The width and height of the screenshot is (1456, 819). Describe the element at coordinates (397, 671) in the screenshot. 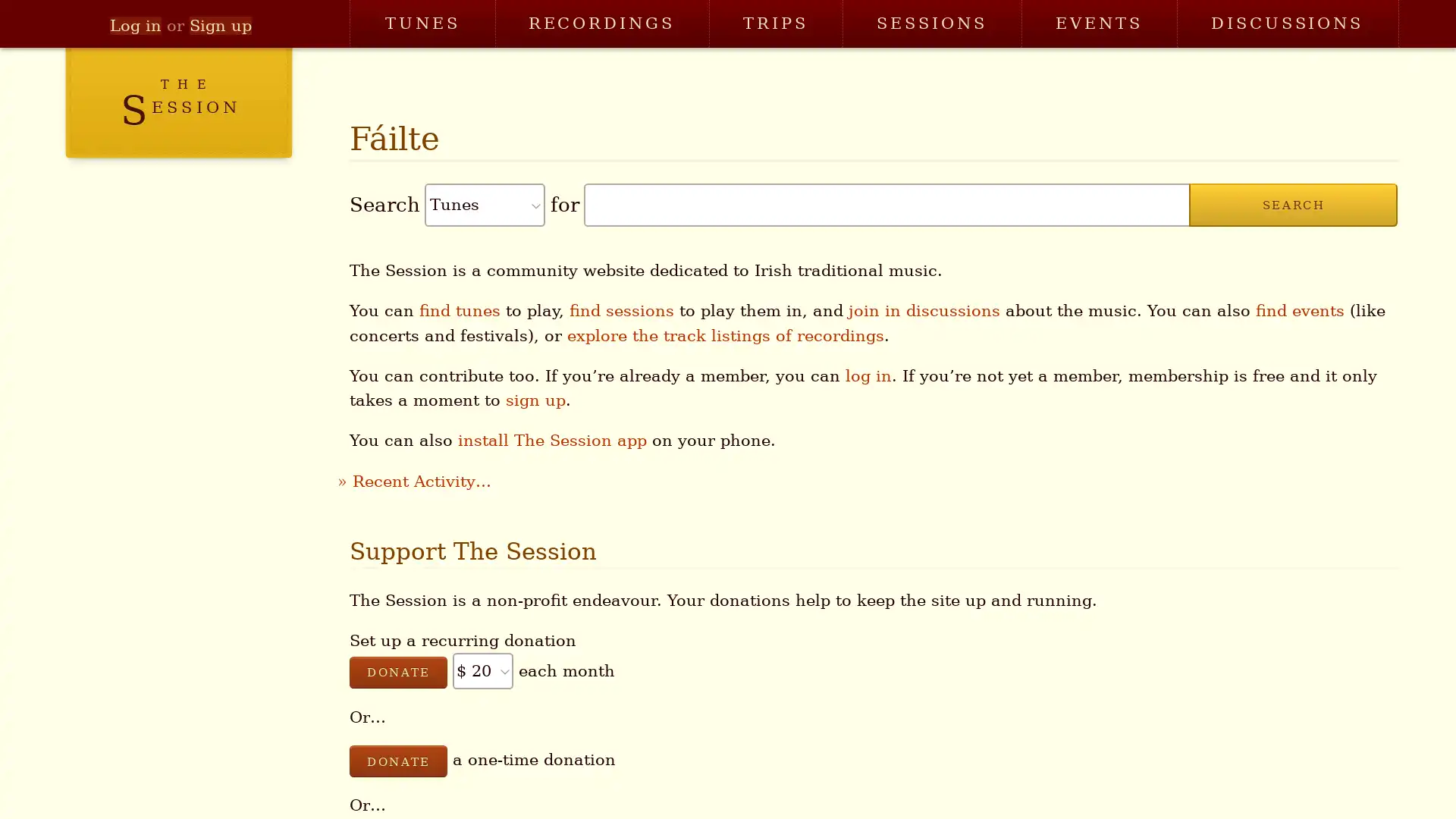

I see `donate` at that location.